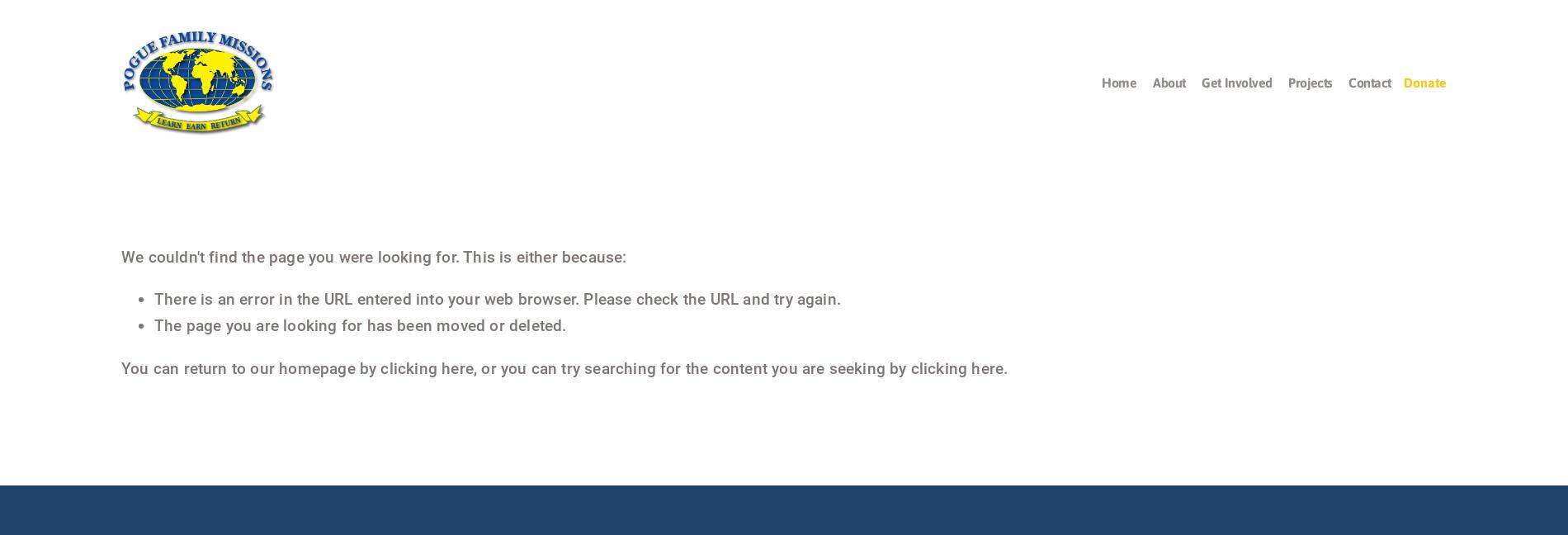 The height and width of the screenshot is (535, 1568). Describe the element at coordinates (1370, 82) in the screenshot. I see `'Contact'` at that location.